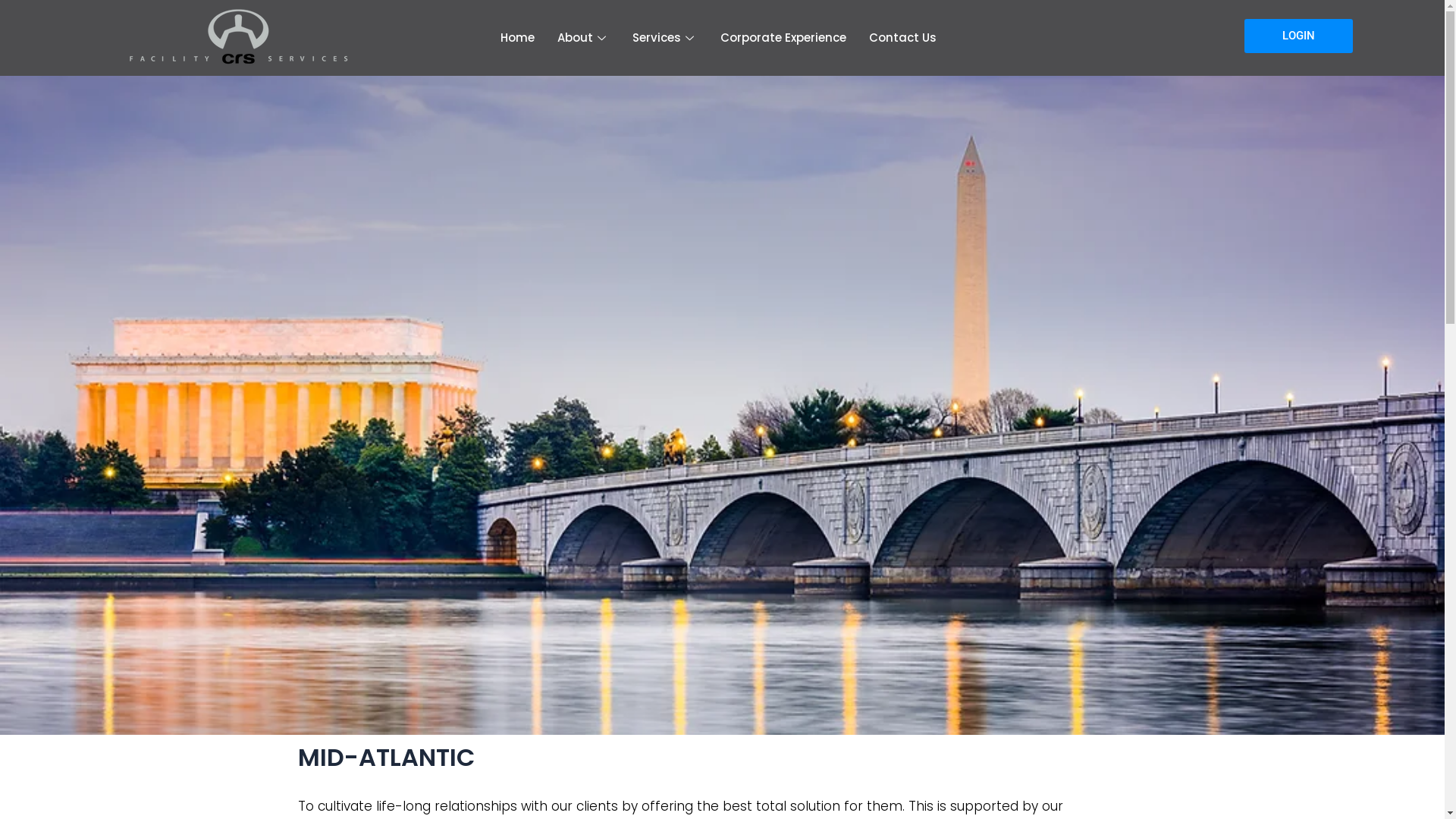  I want to click on 'Home', so click(517, 37).